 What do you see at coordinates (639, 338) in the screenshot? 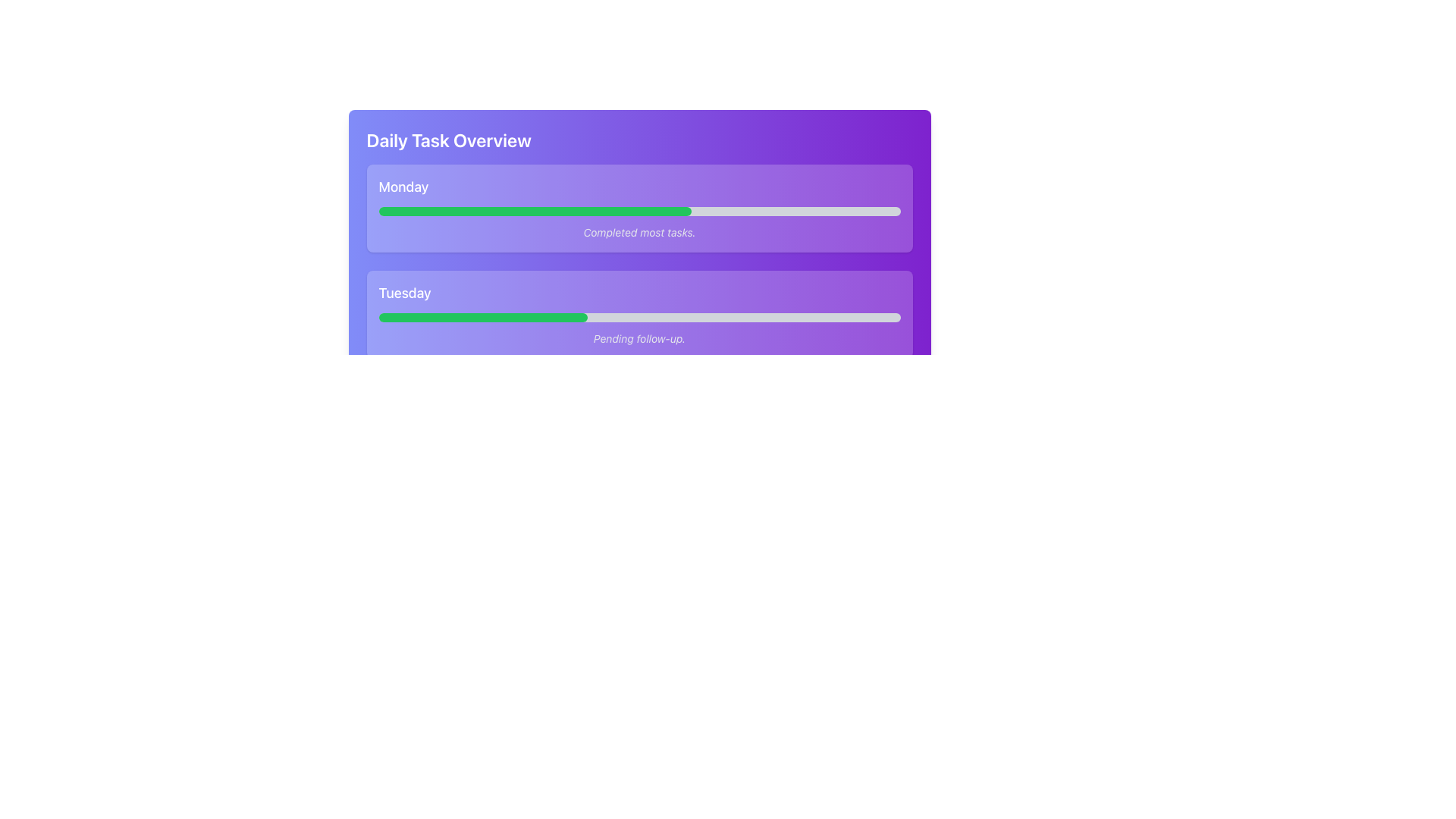
I see `the text label displaying 'Pending follow-up.' which is located beneath the progress bar in the Tuesday section of the task overview interface` at bounding box center [639, 338].